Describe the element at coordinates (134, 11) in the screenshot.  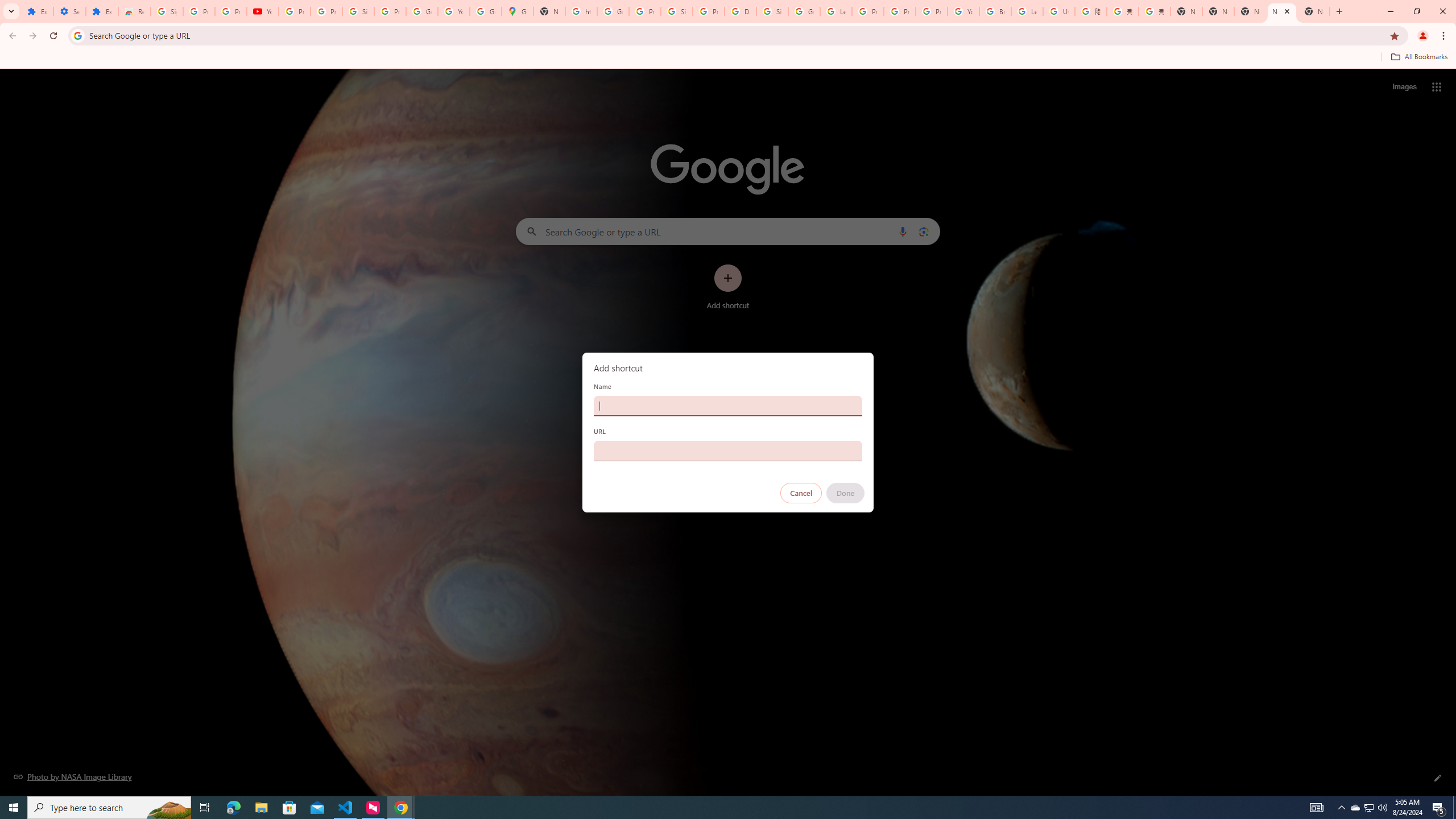
I see `'Reviews: Helix Fruit Jump Arcade Game'` at that location.